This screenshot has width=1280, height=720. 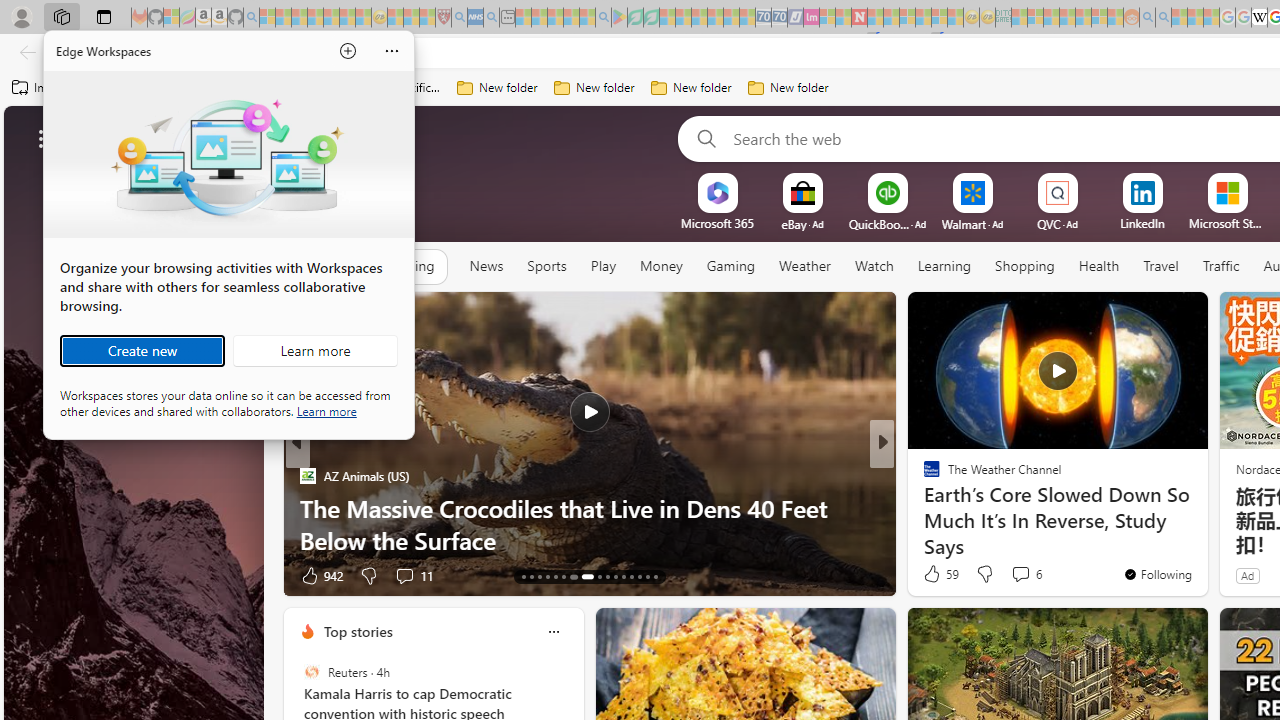 I want to click on 'Rarest.org', so click(x=922, y=506).